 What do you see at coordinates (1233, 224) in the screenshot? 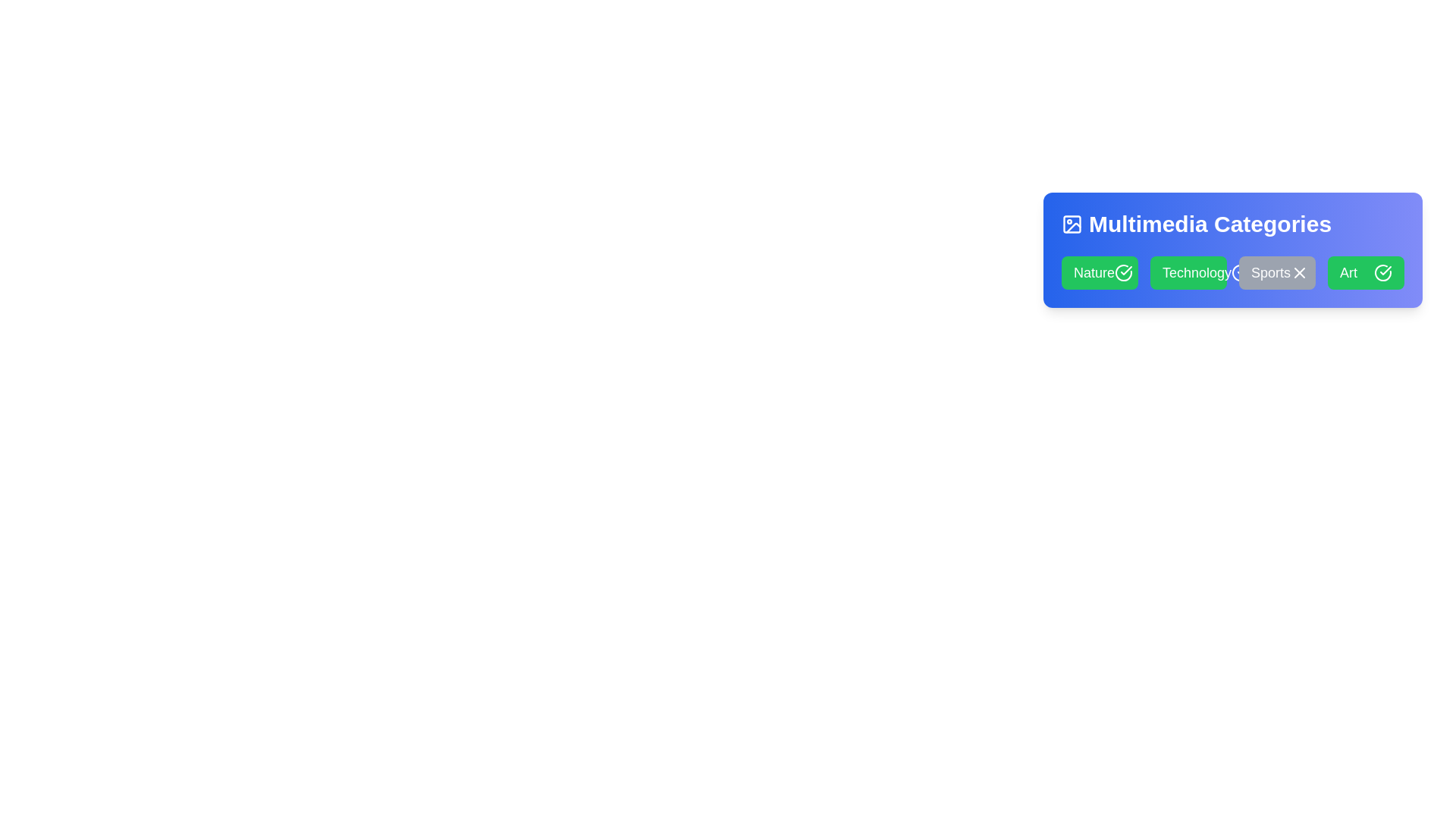
I see `the heading text 'Multimedia Categories' with the accompanying image icon, prominently displayed in white bold font, centered within a blue-to-indigo gradient background` at bounding box center [1233, 224].